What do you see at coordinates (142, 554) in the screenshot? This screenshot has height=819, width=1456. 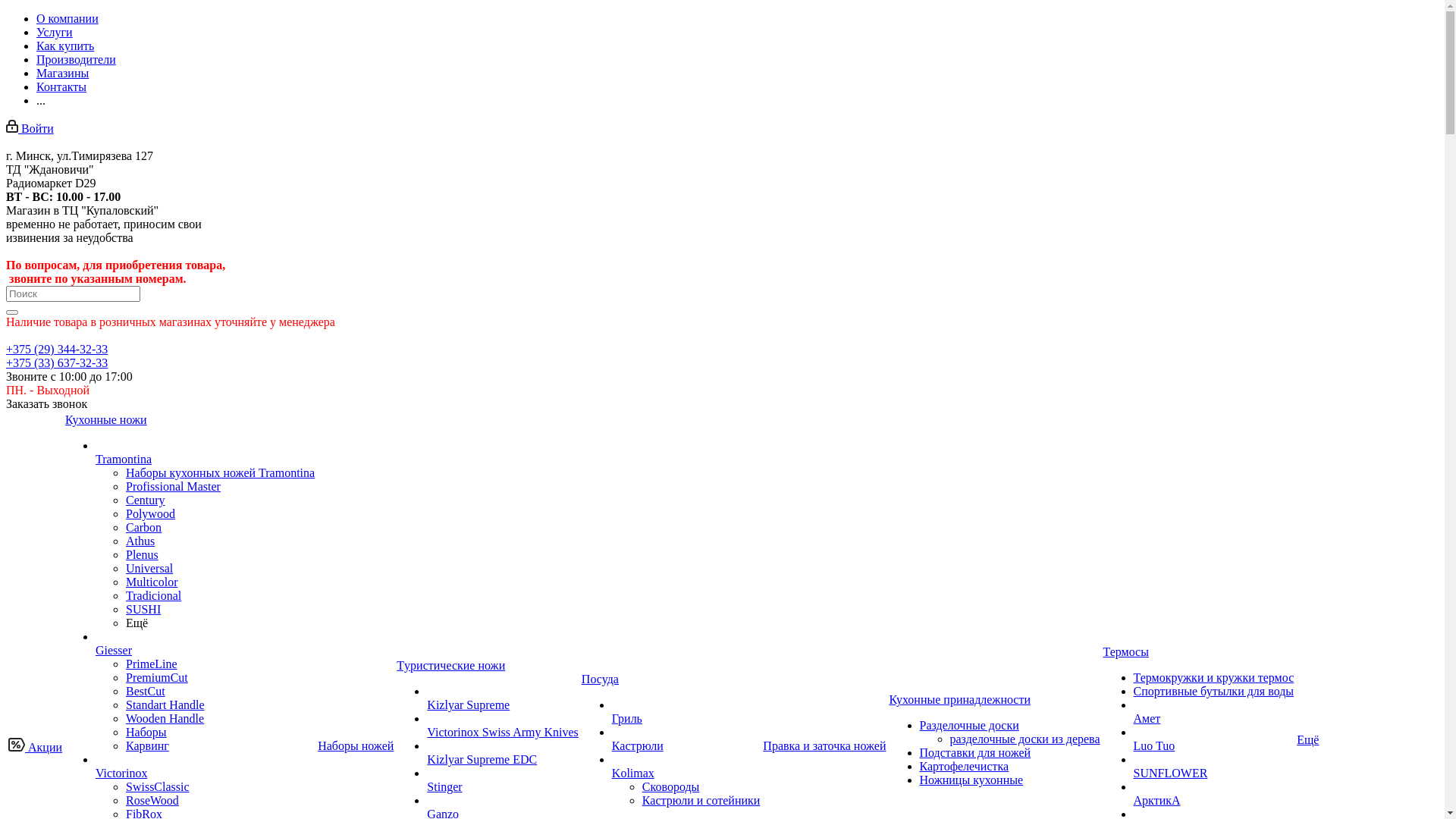 I see `'Plenus'` at bounding box center [142, 554].